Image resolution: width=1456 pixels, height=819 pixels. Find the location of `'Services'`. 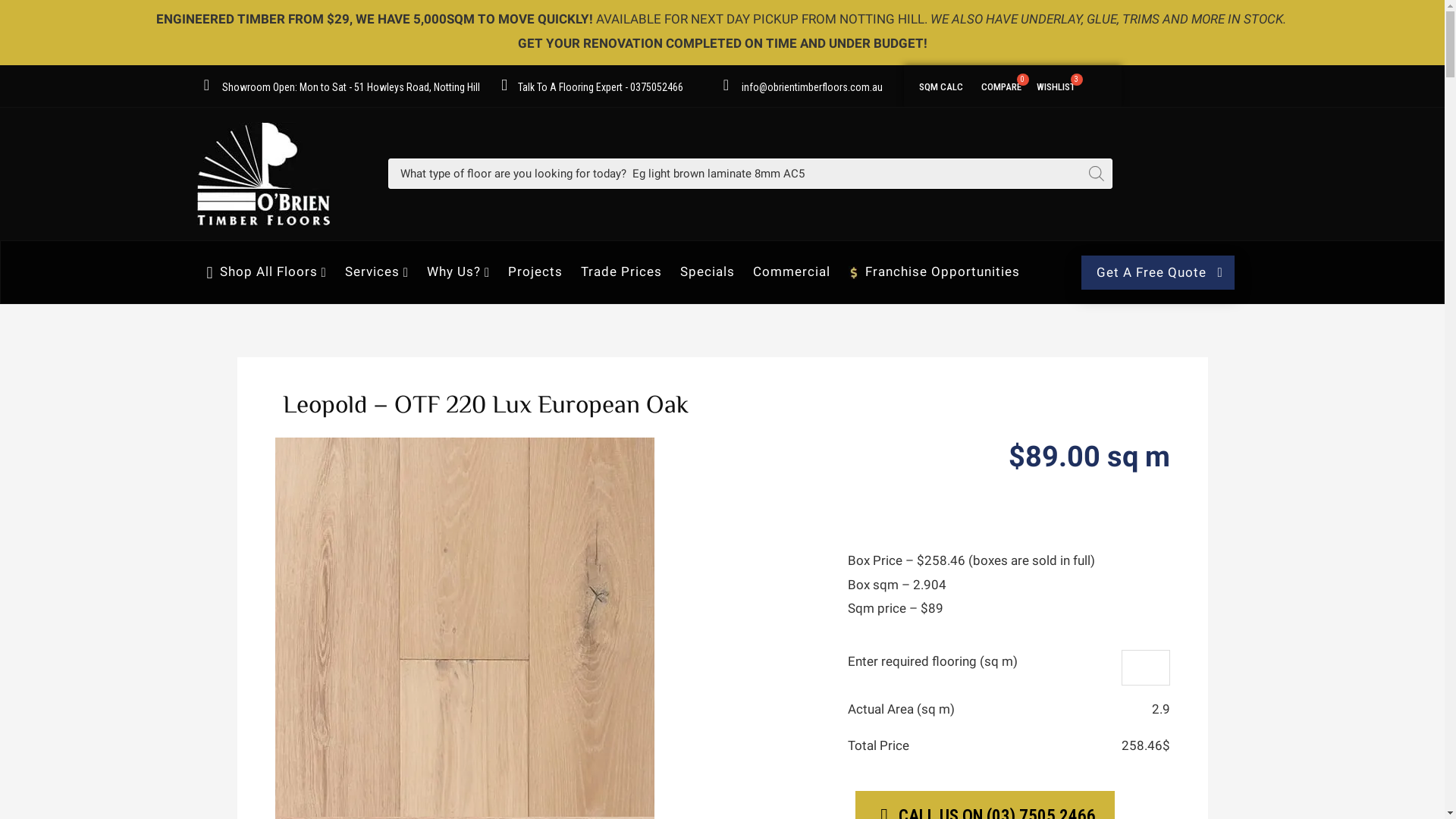

'Services' is located at coordinates (377, 271).